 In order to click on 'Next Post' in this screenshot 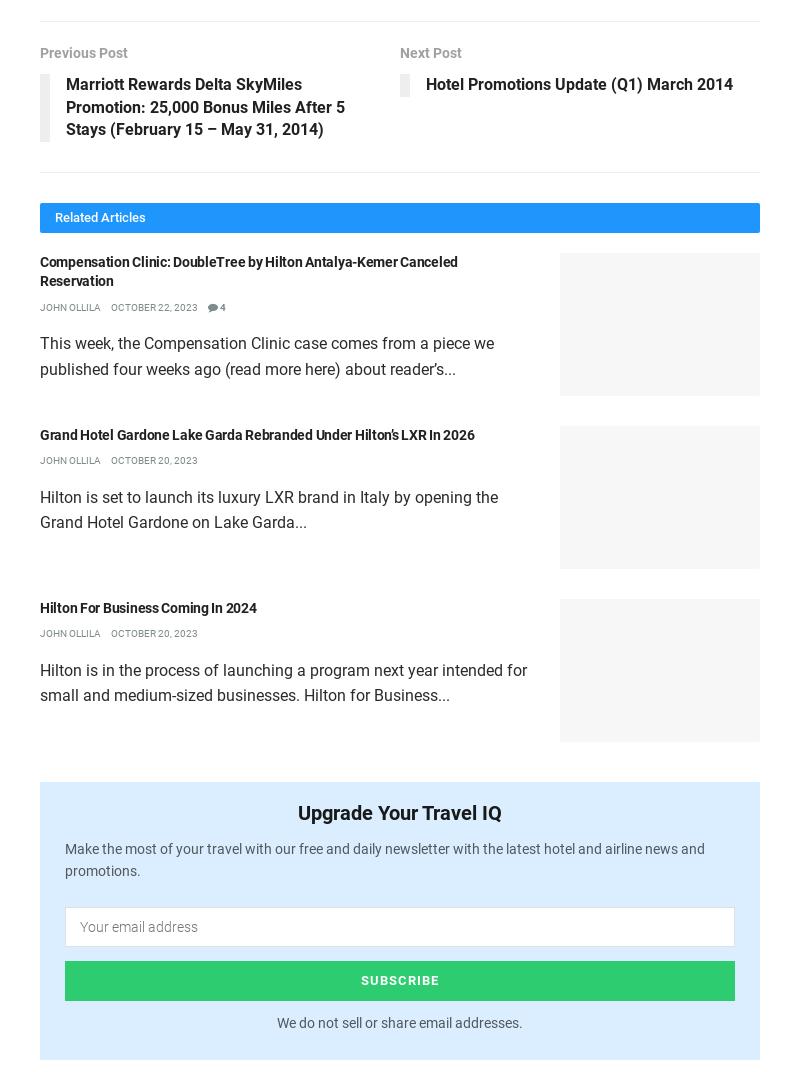, I will do `click(431, 51)`.